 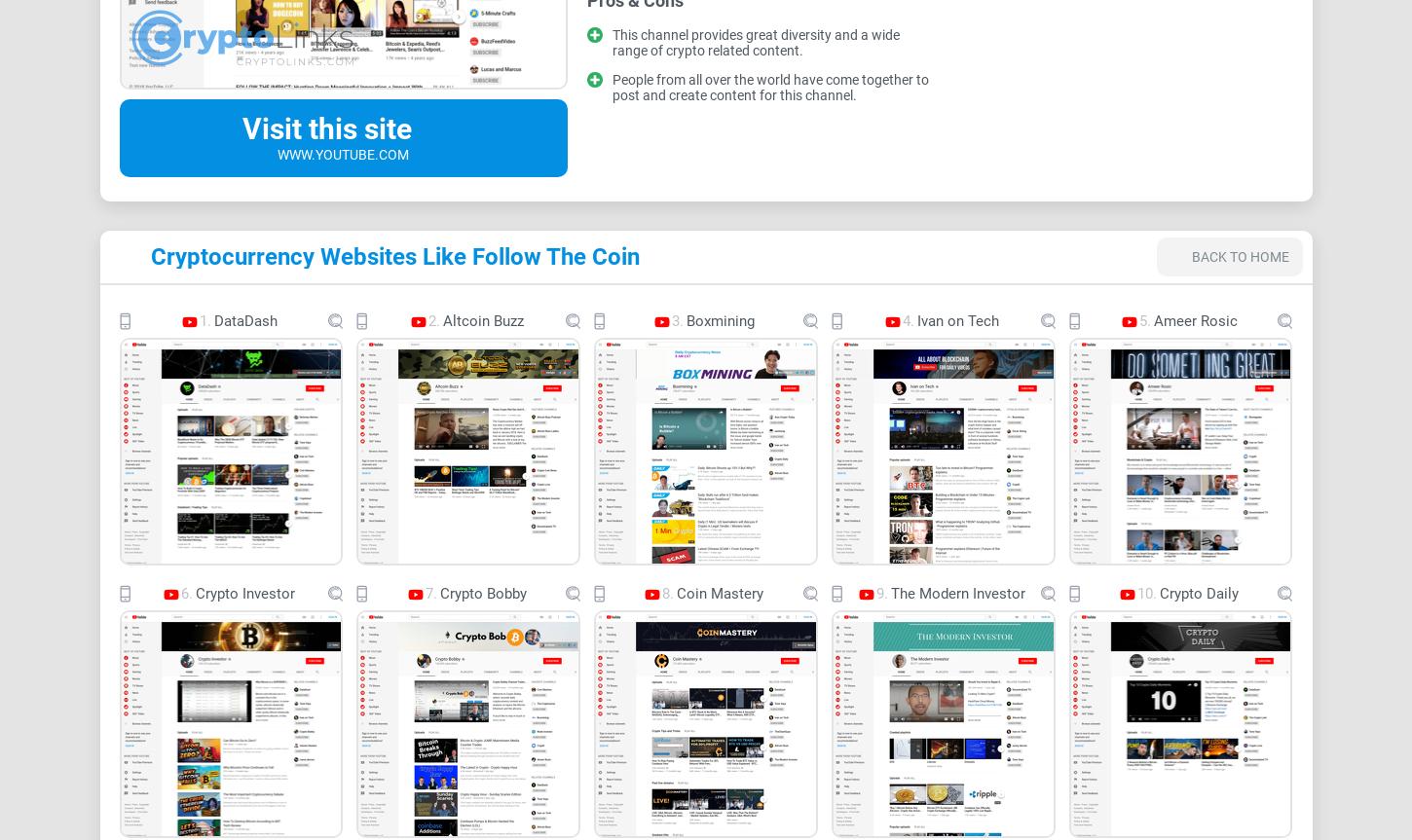 I want to click on 'BACK TO HOME', so click(x=1239, y=255).